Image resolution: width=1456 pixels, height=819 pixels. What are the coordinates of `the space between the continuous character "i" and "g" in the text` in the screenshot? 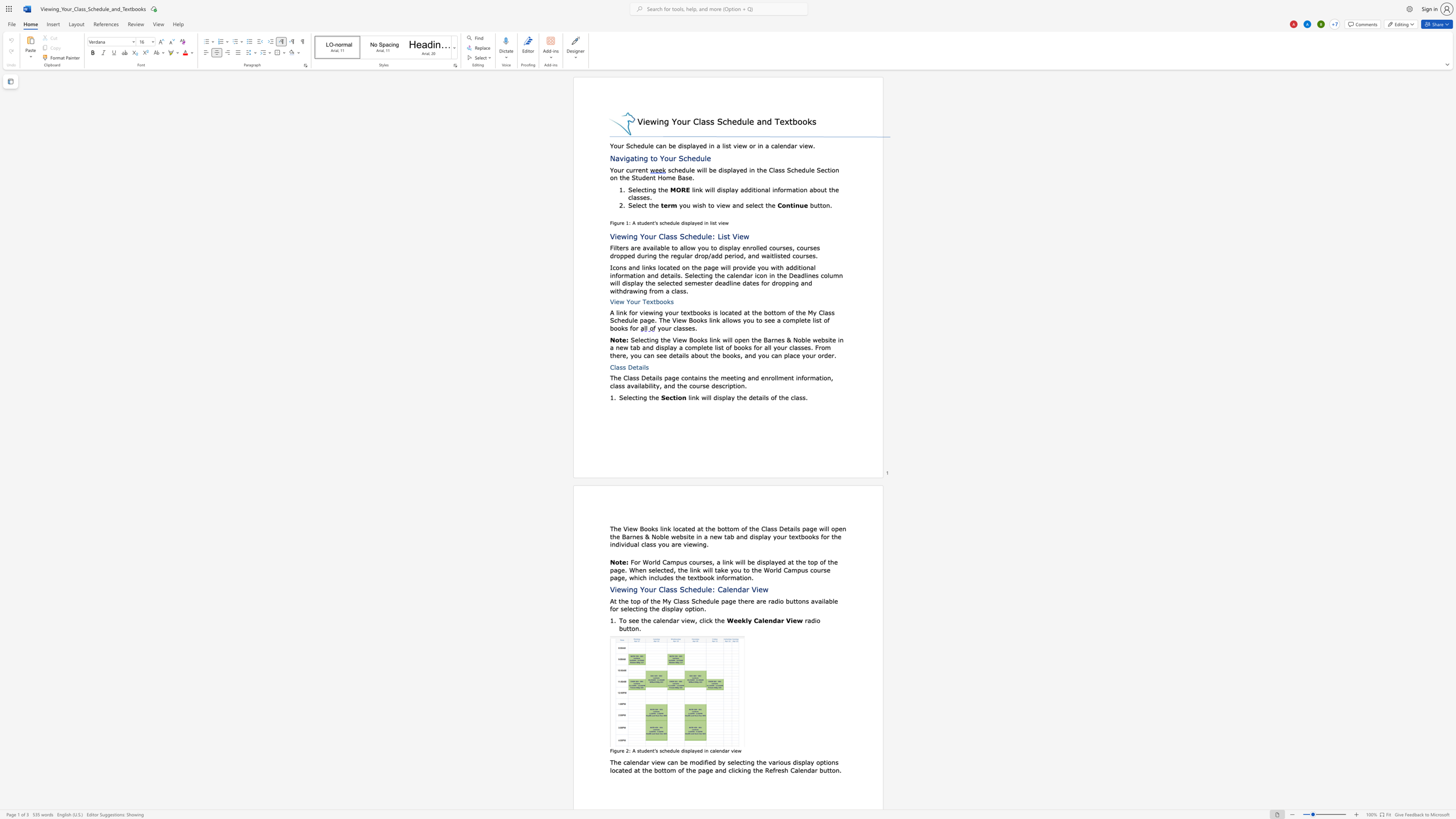 It's located at (626, 158).